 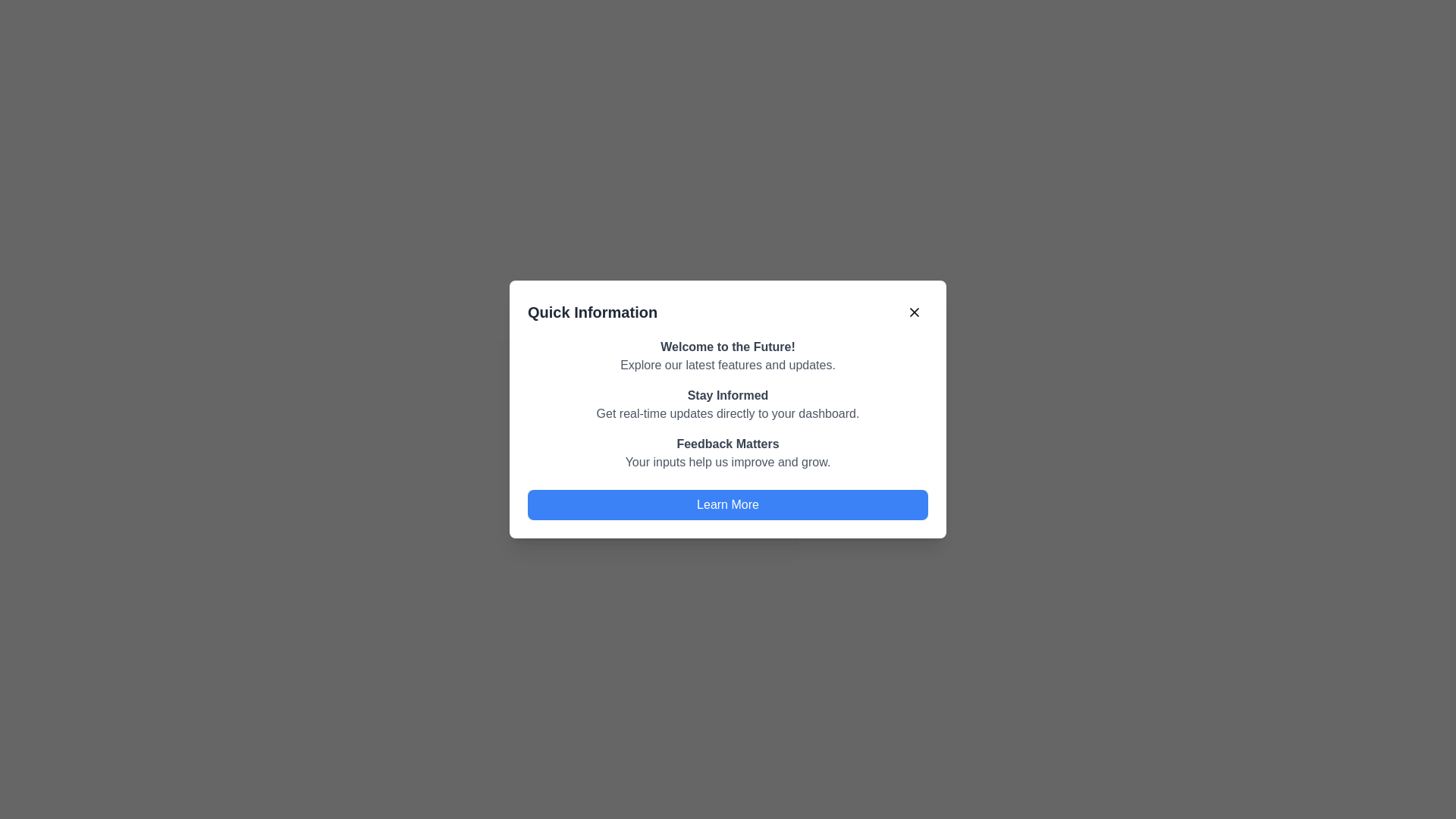 I want to click on the Close icon (SVG element with a cross) located at the top right corner of the modal window, adjacent to the title text labeled 'Quick Information', so click(x=913, y=312).